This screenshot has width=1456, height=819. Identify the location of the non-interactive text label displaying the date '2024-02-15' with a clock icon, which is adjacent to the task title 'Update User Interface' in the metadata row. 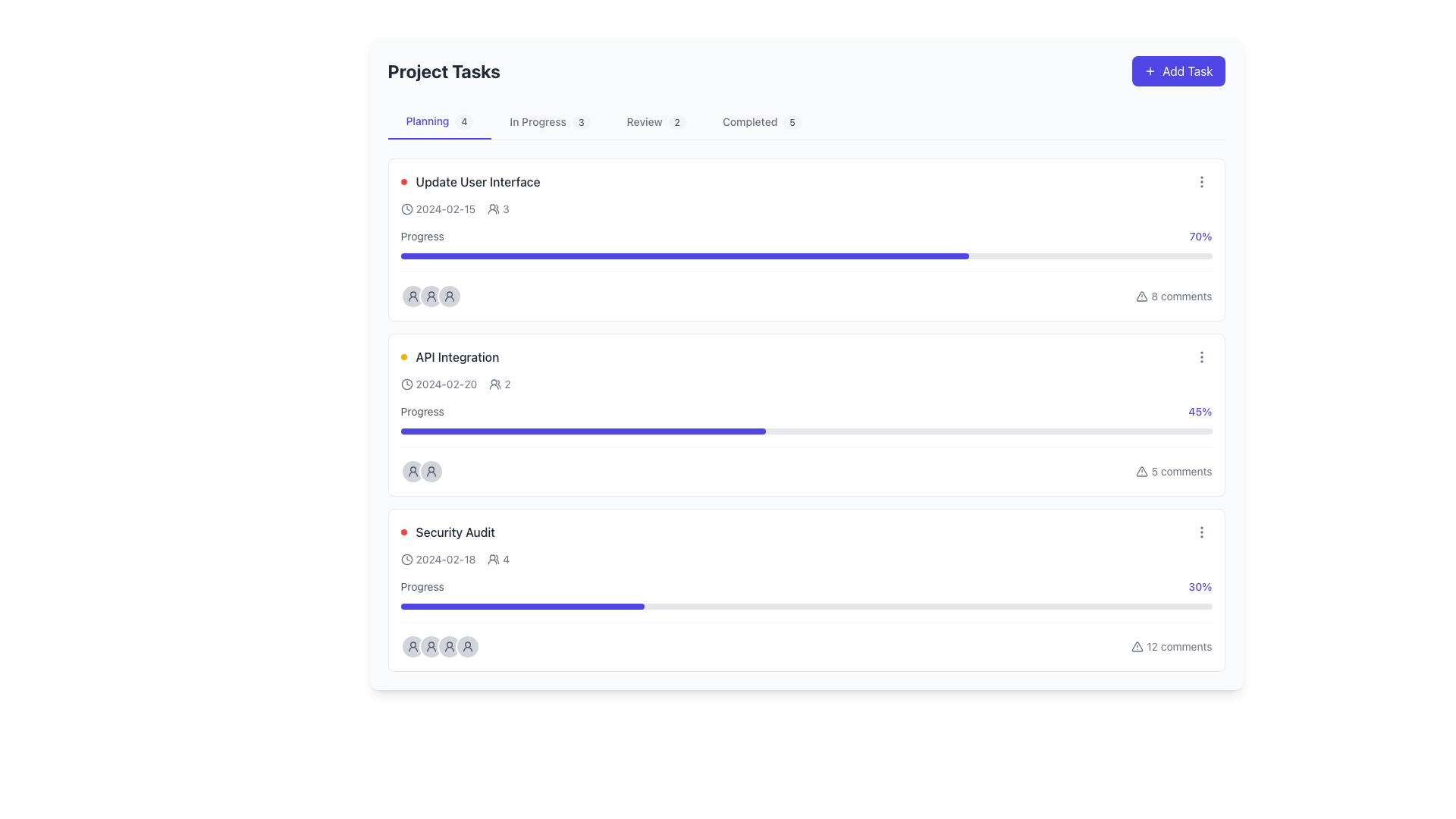
(437, 209).